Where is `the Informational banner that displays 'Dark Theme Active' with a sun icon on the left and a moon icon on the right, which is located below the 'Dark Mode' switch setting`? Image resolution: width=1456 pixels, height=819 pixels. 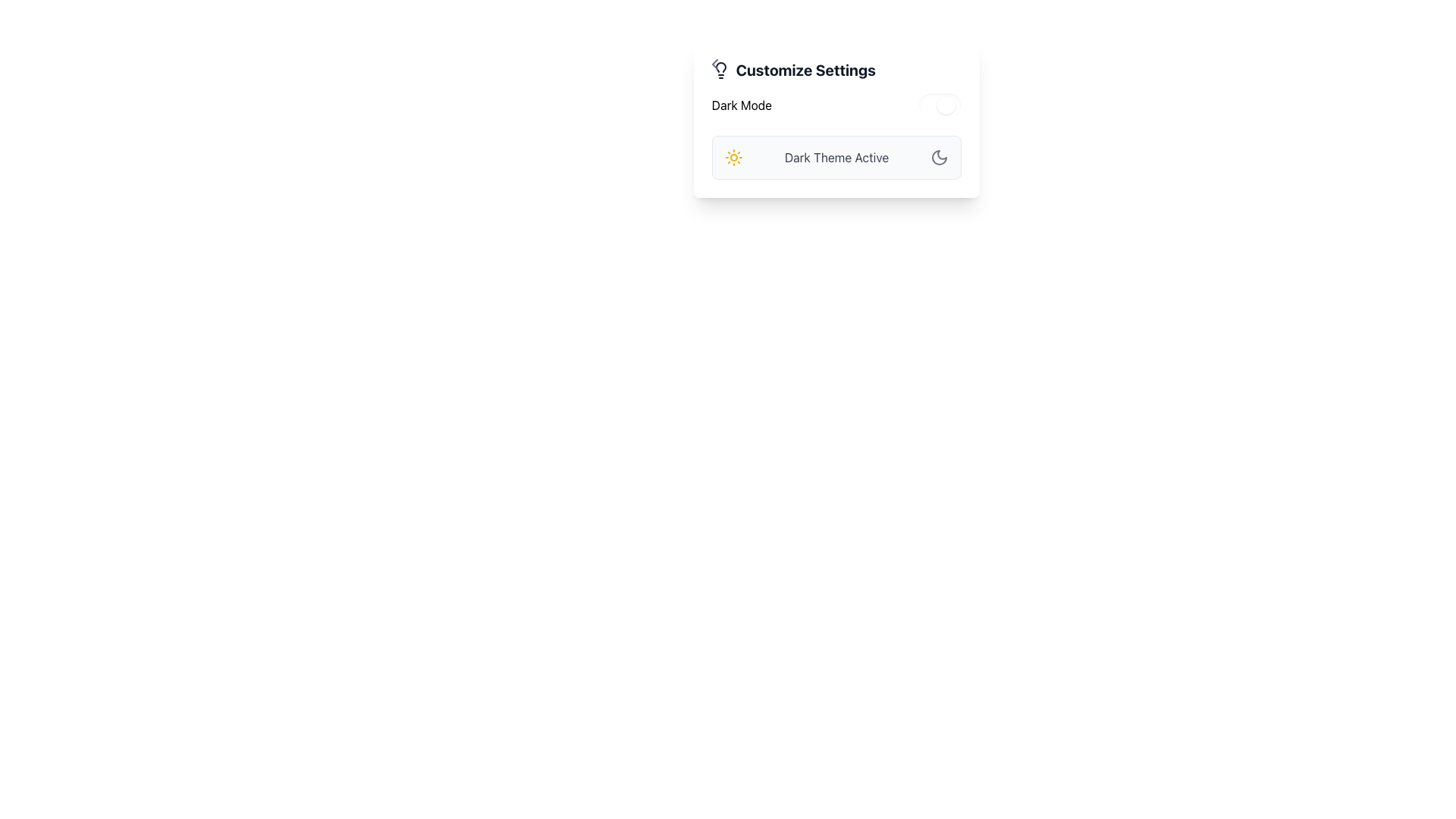 the Informational banner that displays 'Dark Theme Active' with a sun icon on the left and a moon icon on the right, which is located below the 'Dark Mode' switch setting is located at coordinates (836, 158).